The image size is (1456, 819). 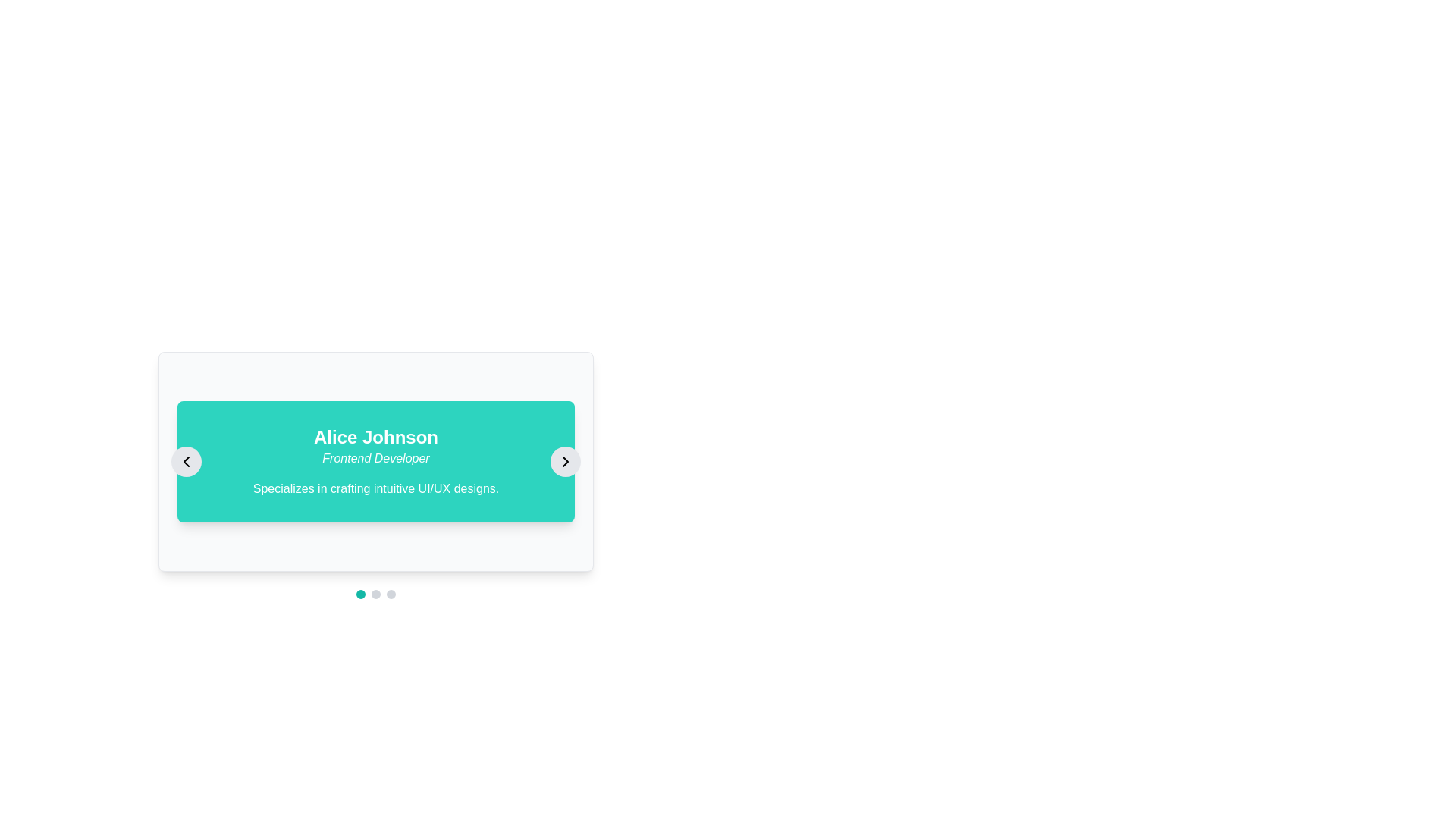 What do you see at coordinates (564, 461) in the screenshot?
I see `the circular button with a light gray background containing a right-pointing chevron icon` at bounding box center [564, 461].